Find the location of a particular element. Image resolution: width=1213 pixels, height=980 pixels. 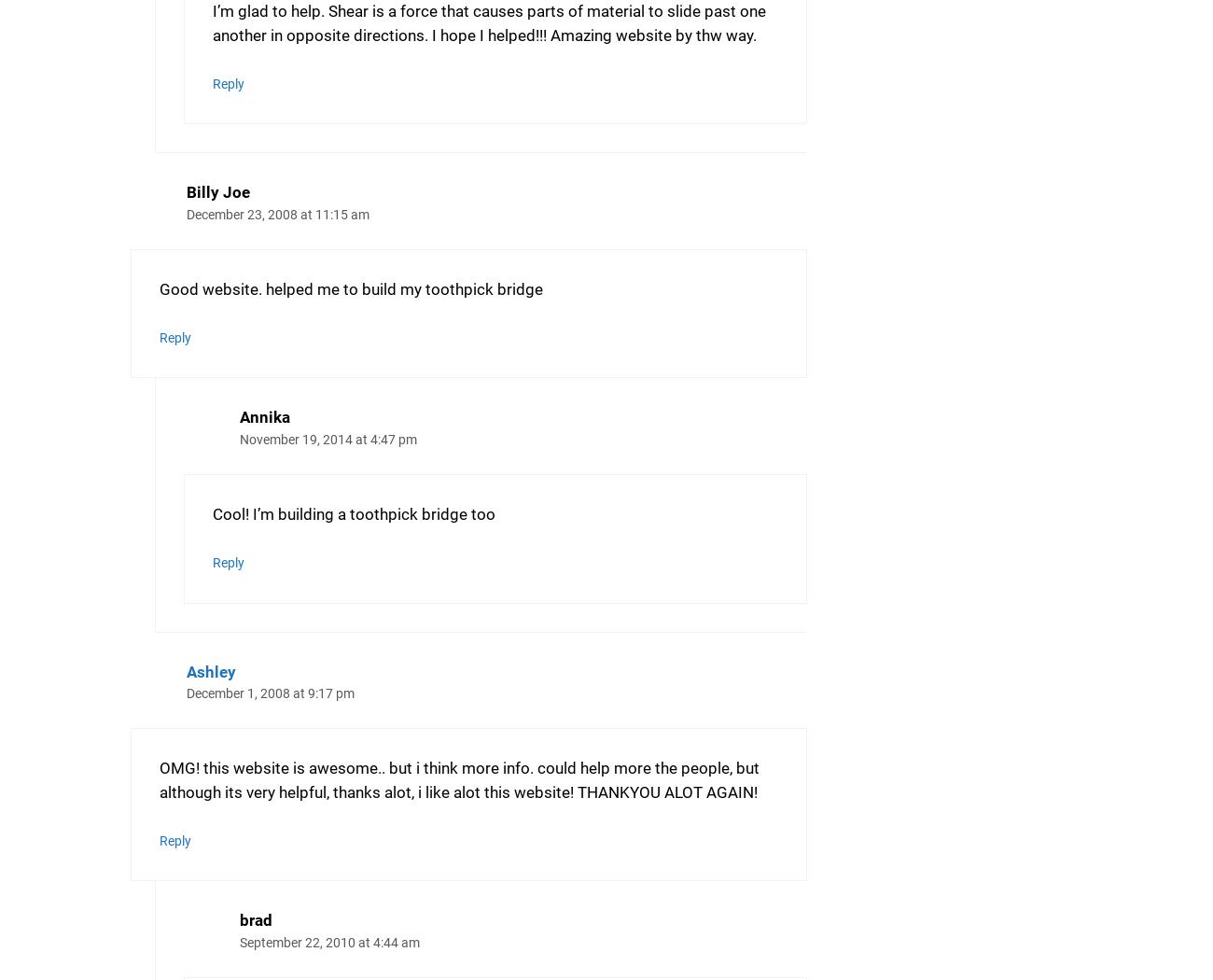

'December 1, 2008 at 9:17 pm' is located at coordinates (271, 693).